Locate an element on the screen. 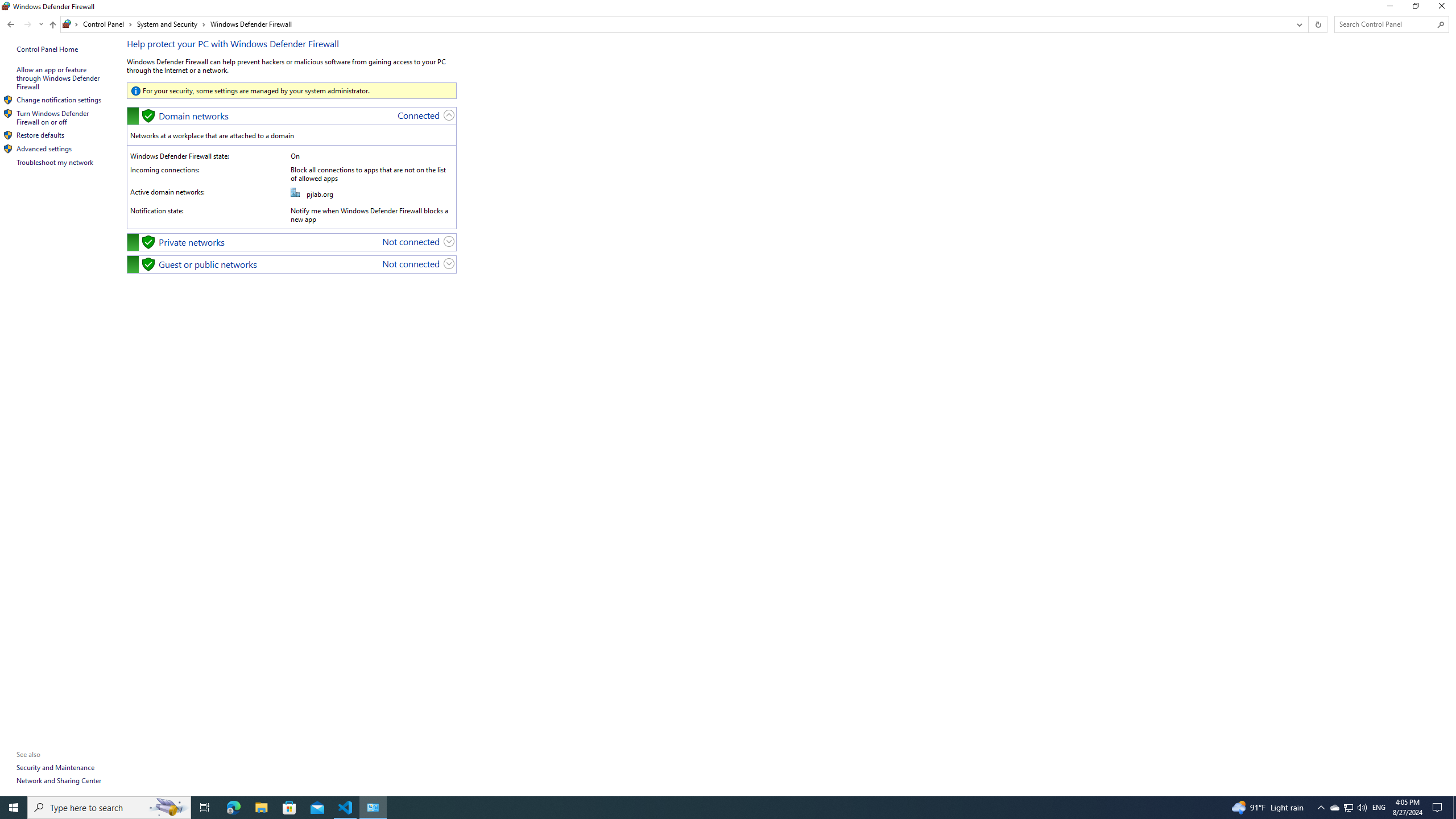  'Previous Locations' is located at coordinates (1298, 24).